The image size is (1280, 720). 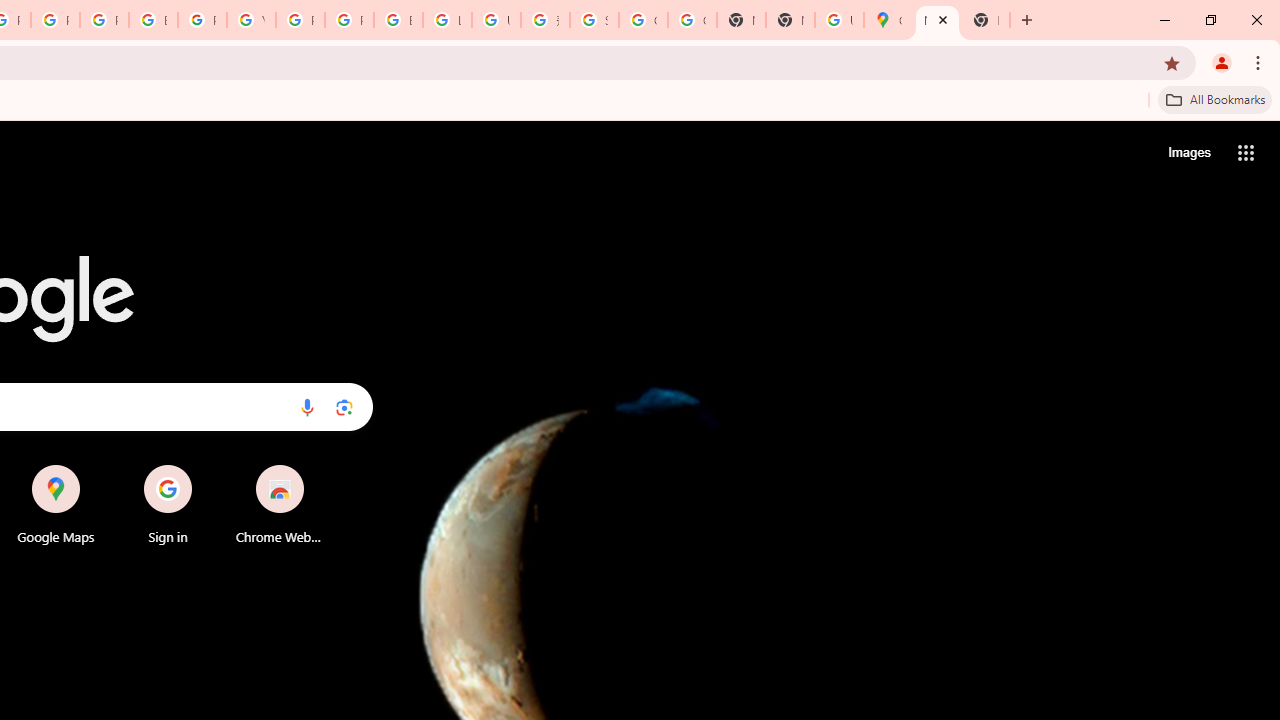 What do you see at coordinates (55, 20) in the screenshot?
I see `'Privacy Help Center - Policies Help'` at bounding box center [55, 20].